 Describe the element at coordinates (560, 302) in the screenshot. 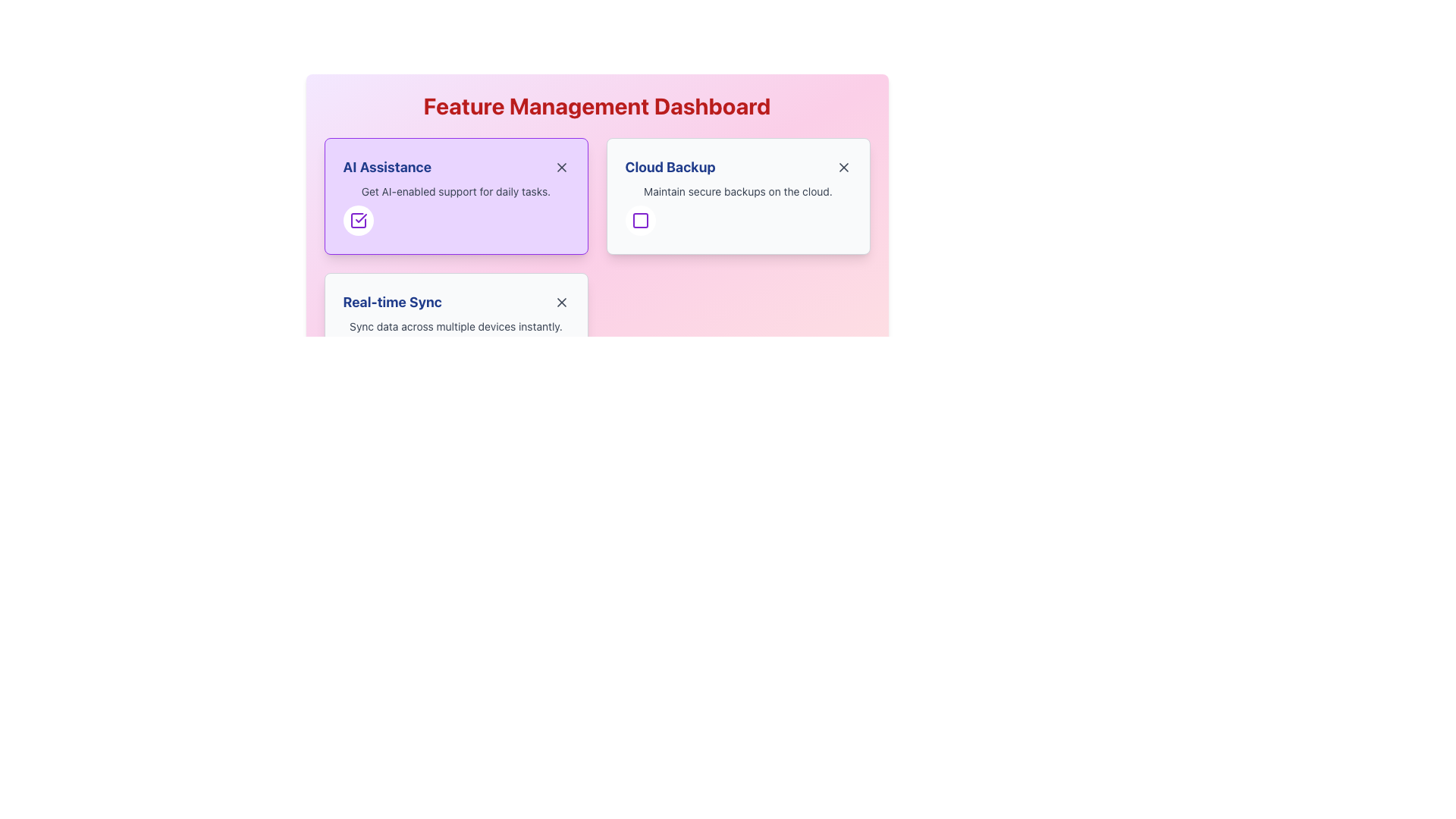

I see `the Close button located in the top-right corner of the 'Real-time Sync' card within the 'Feature Management Dashboard' interface` at that location.